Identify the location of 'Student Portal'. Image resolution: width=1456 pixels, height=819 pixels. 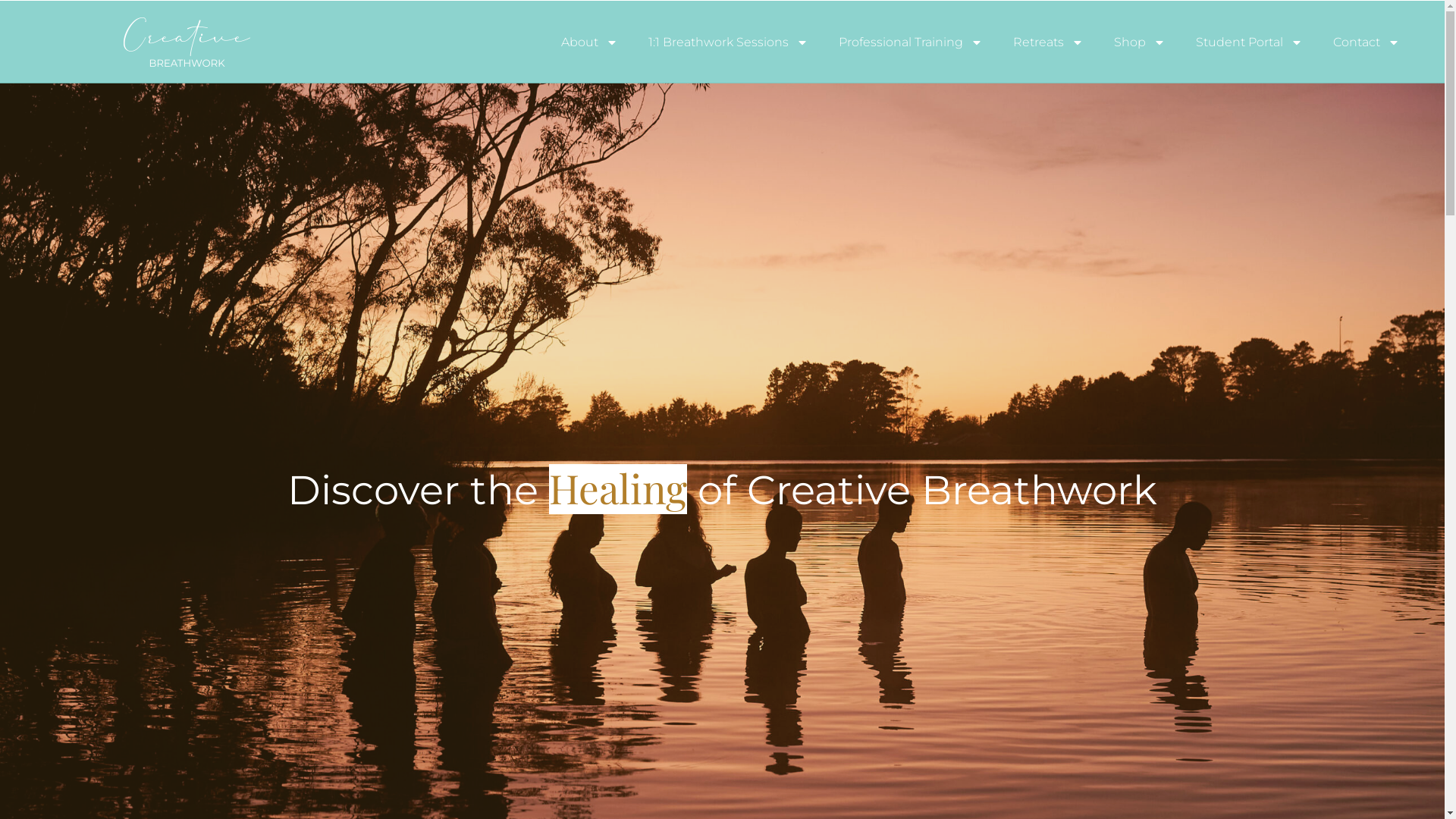
(1249, 40).